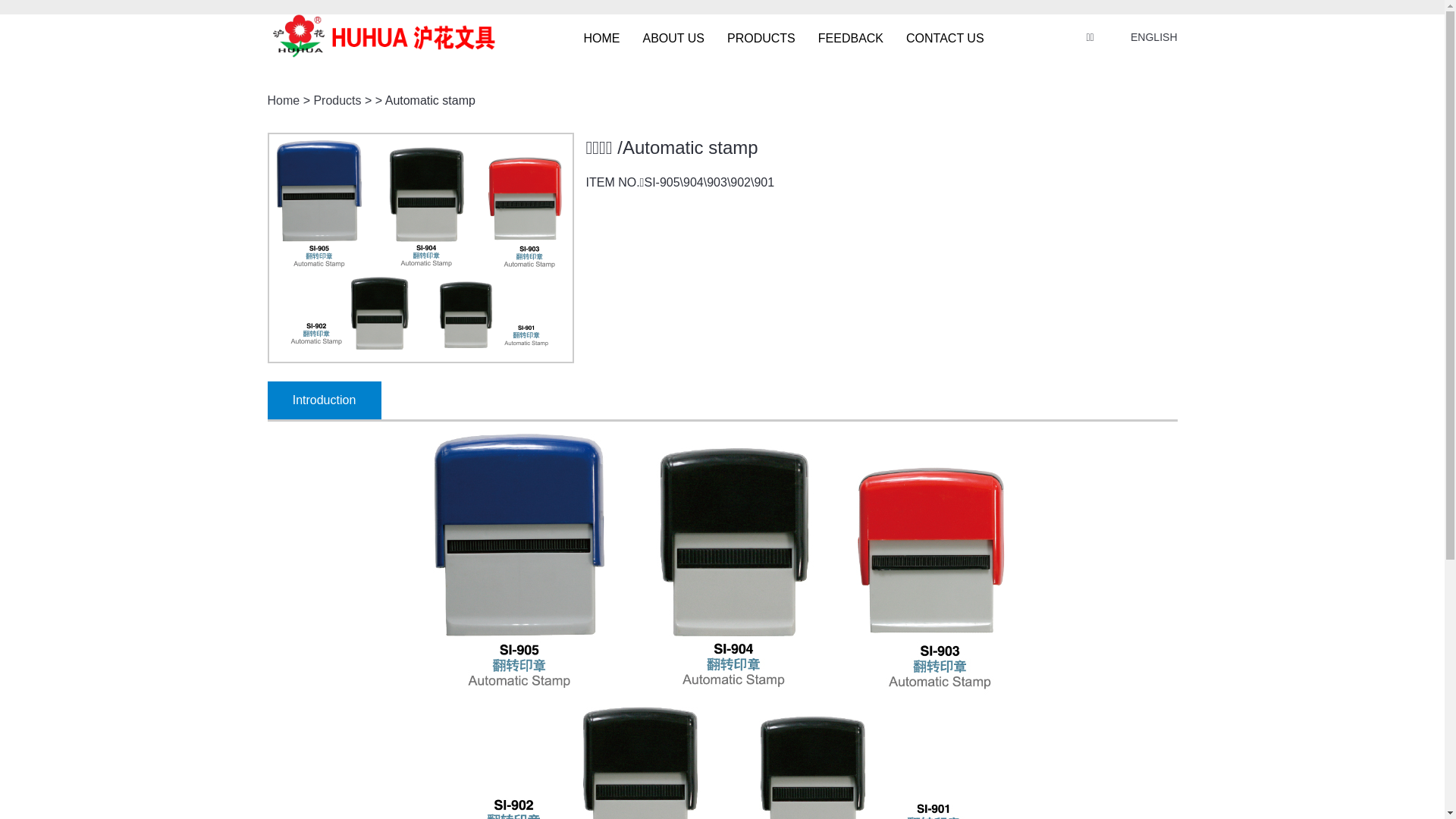 The width and height of the screenshot is (1456, 819). What do you see at coordinates (851, 37) in the screenshot?
I see `'FEEDBACK'` at bounding box center [851, 37].